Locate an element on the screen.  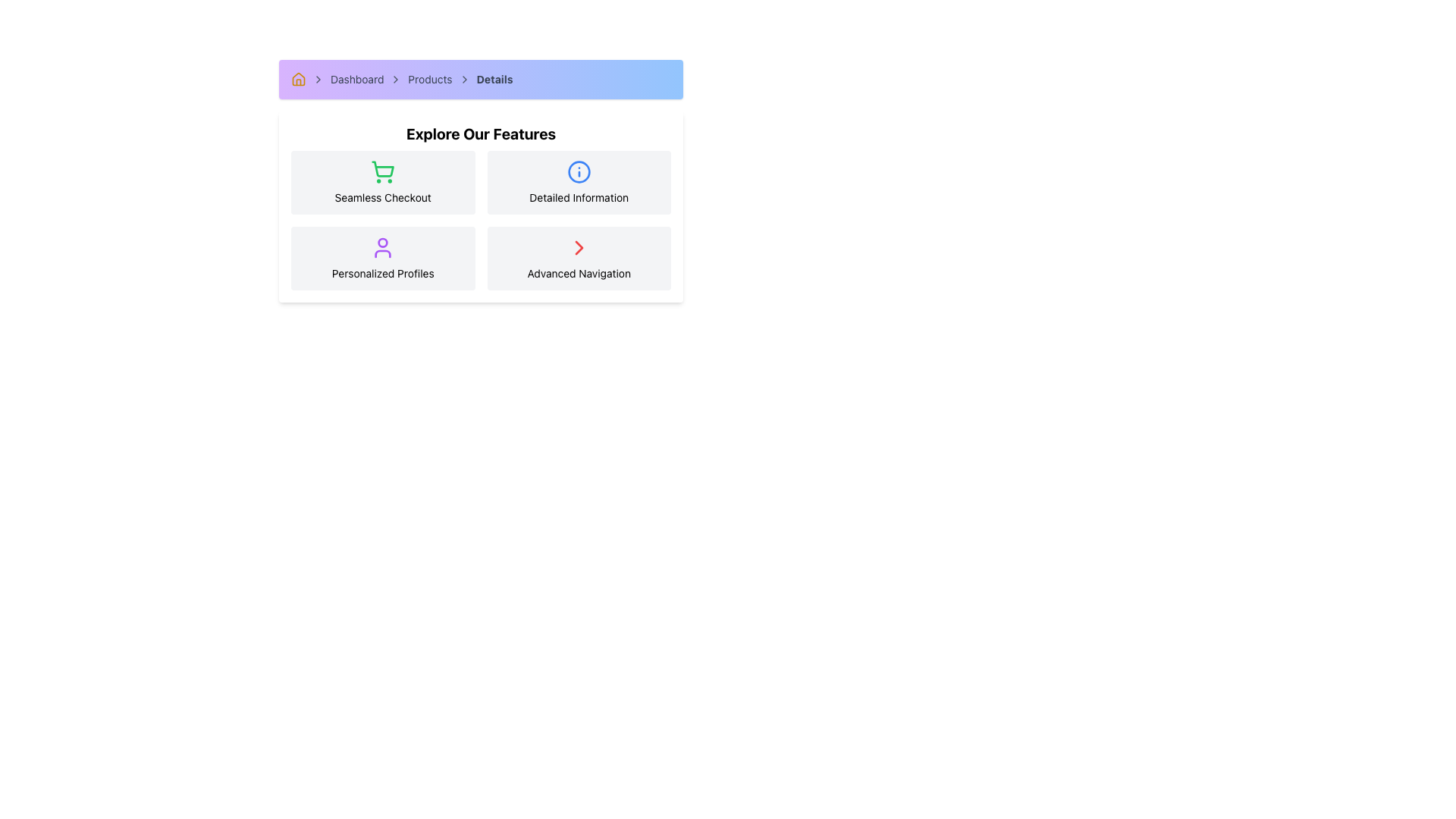
the green shopping cart icon located within the 'Seamless Checkout' feature card is located at coordinates (383, 171).